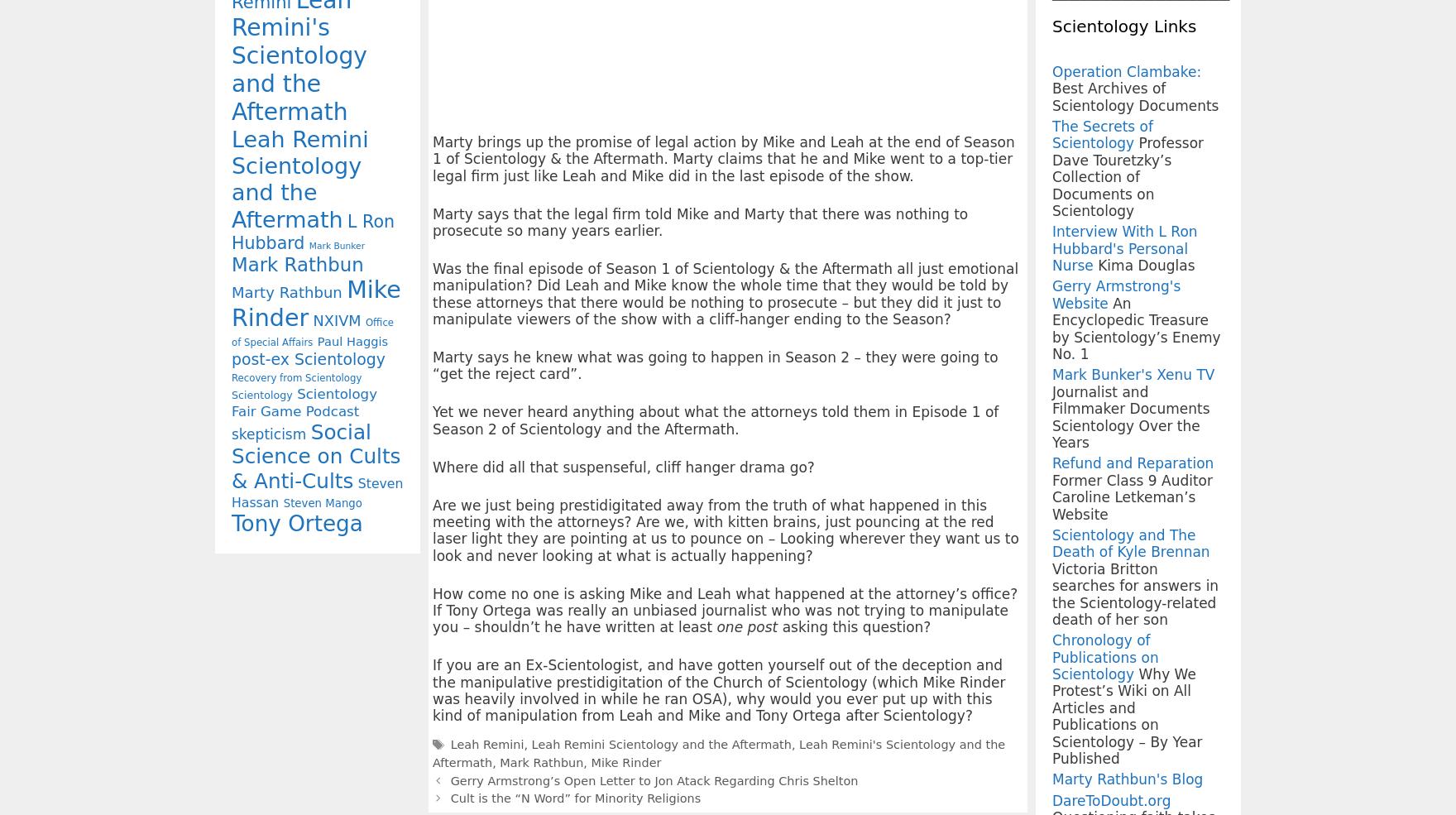 Image resolution: width=1456 pixels, height=815 pixels. I want to click on 'An Encyclopedic Treasure by Scientology’s Enemy No. 1', so click(1051, 327).